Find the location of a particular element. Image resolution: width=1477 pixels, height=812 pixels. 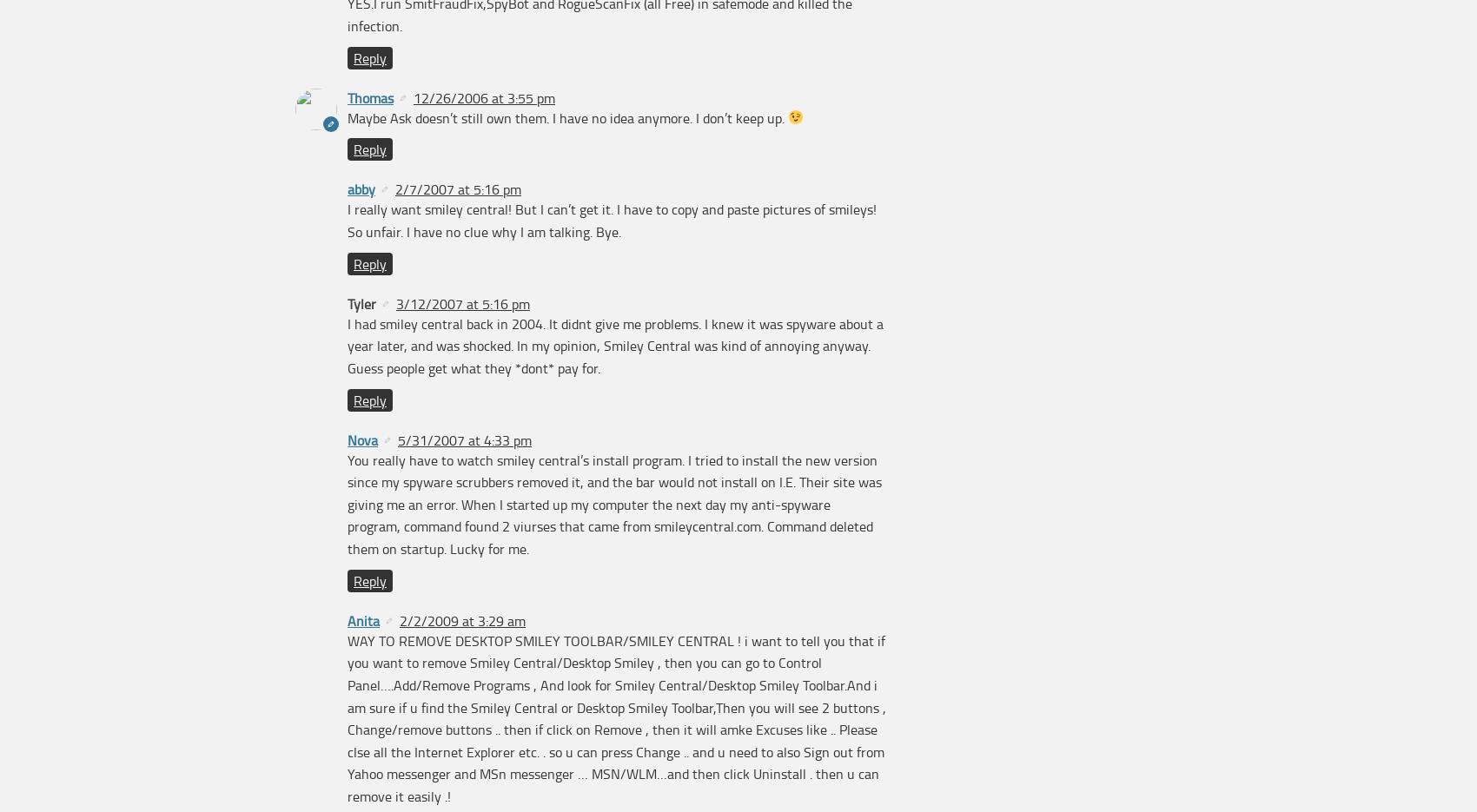

'2/2/2009 at 3:29 am' is located at coordinates (461, 618).